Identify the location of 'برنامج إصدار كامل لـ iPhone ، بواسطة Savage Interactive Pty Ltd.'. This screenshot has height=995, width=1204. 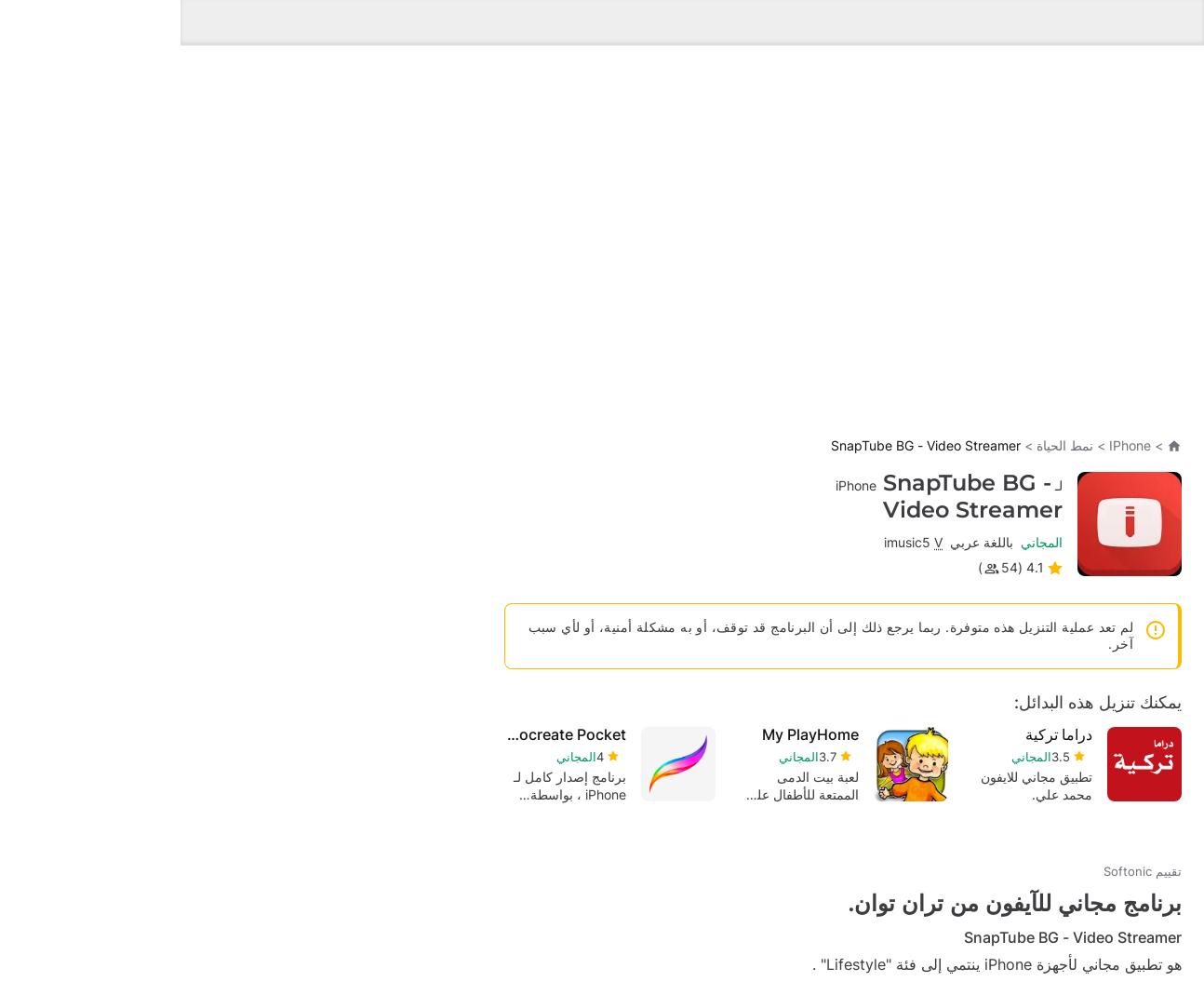
(720, 590).